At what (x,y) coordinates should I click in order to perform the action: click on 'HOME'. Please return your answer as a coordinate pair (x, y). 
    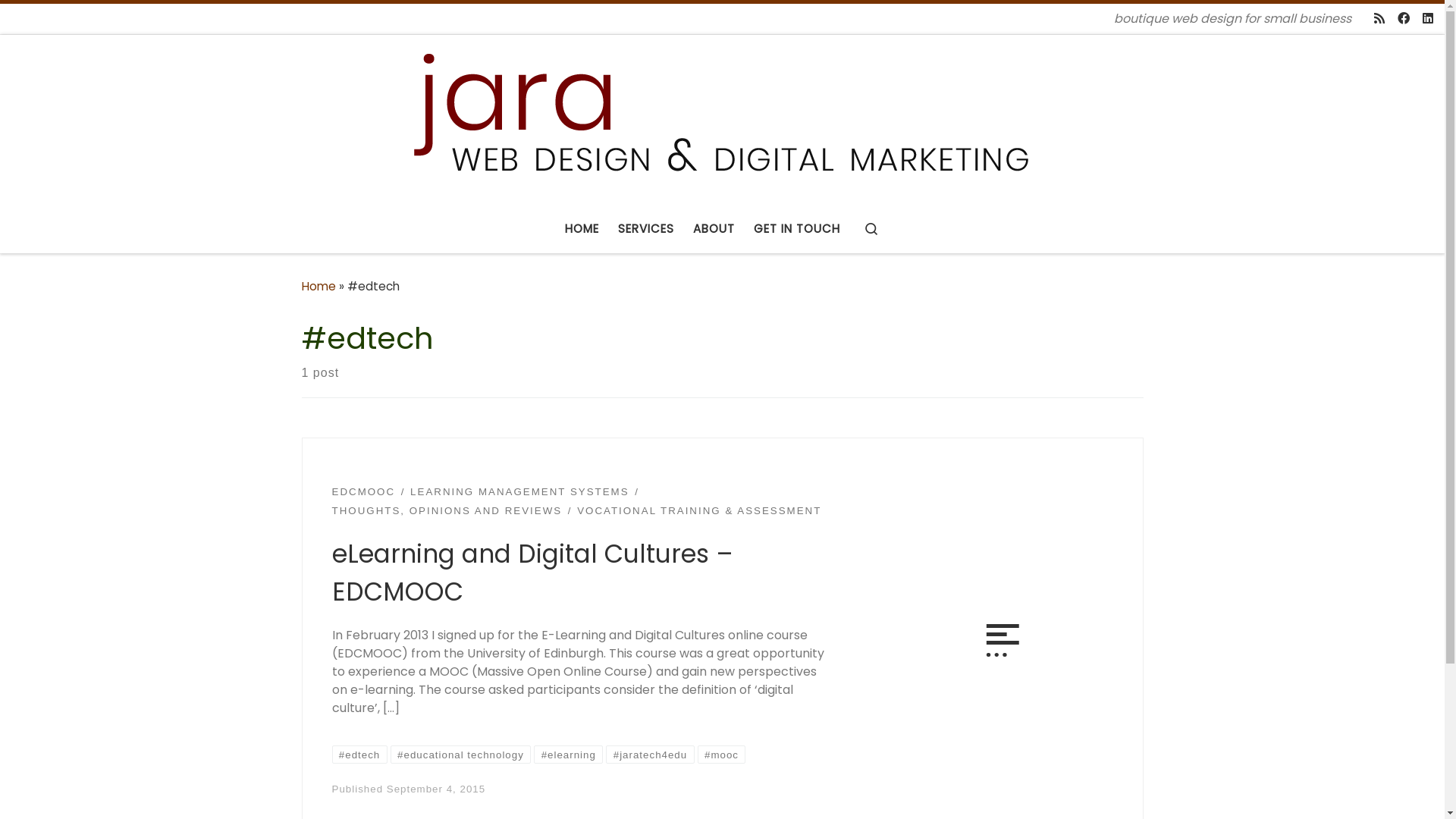
    Looking at the image, I should click on (582, 228).